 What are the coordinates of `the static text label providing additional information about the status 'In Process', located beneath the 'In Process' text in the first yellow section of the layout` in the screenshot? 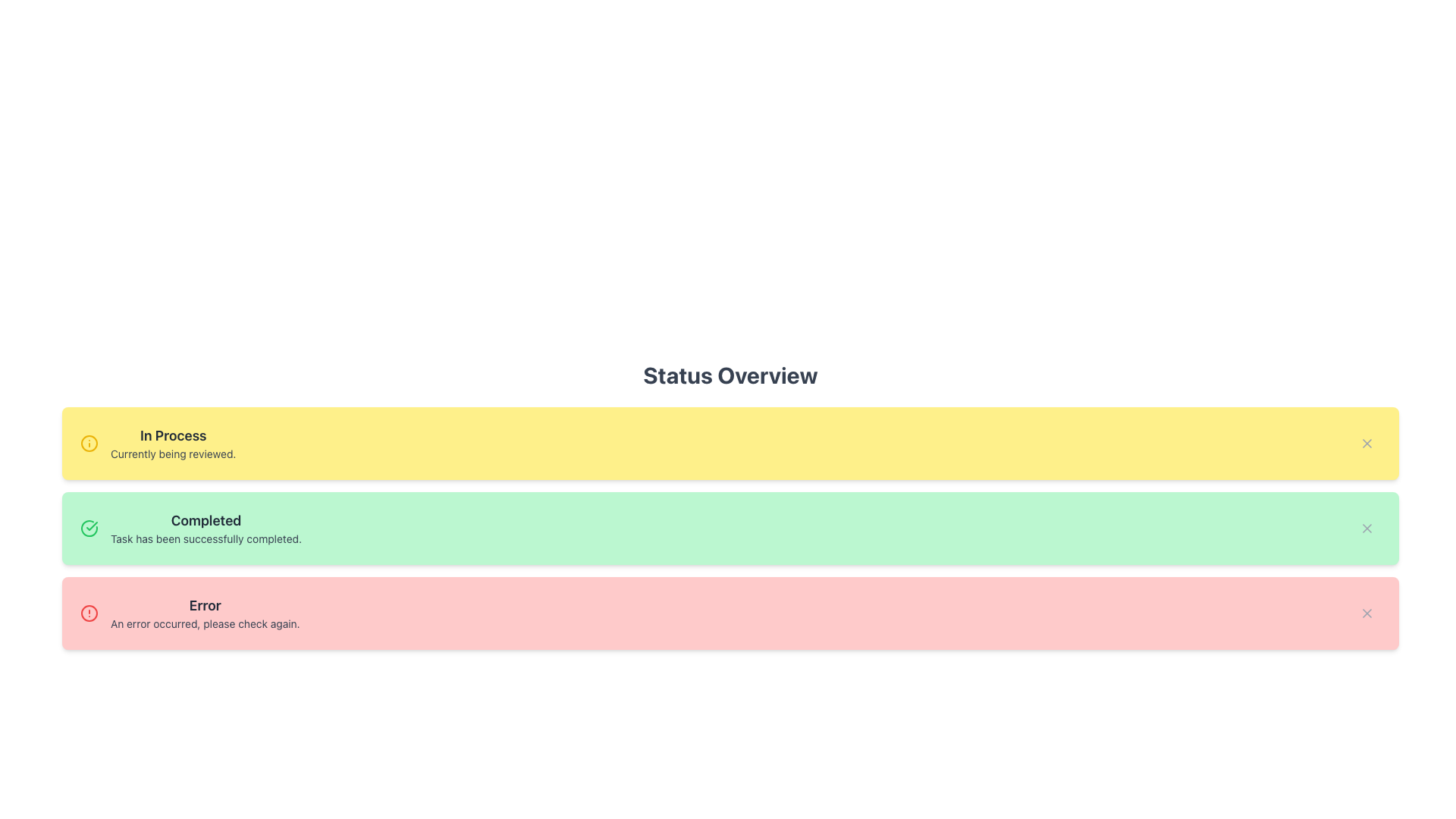 It's located at (173, 453).